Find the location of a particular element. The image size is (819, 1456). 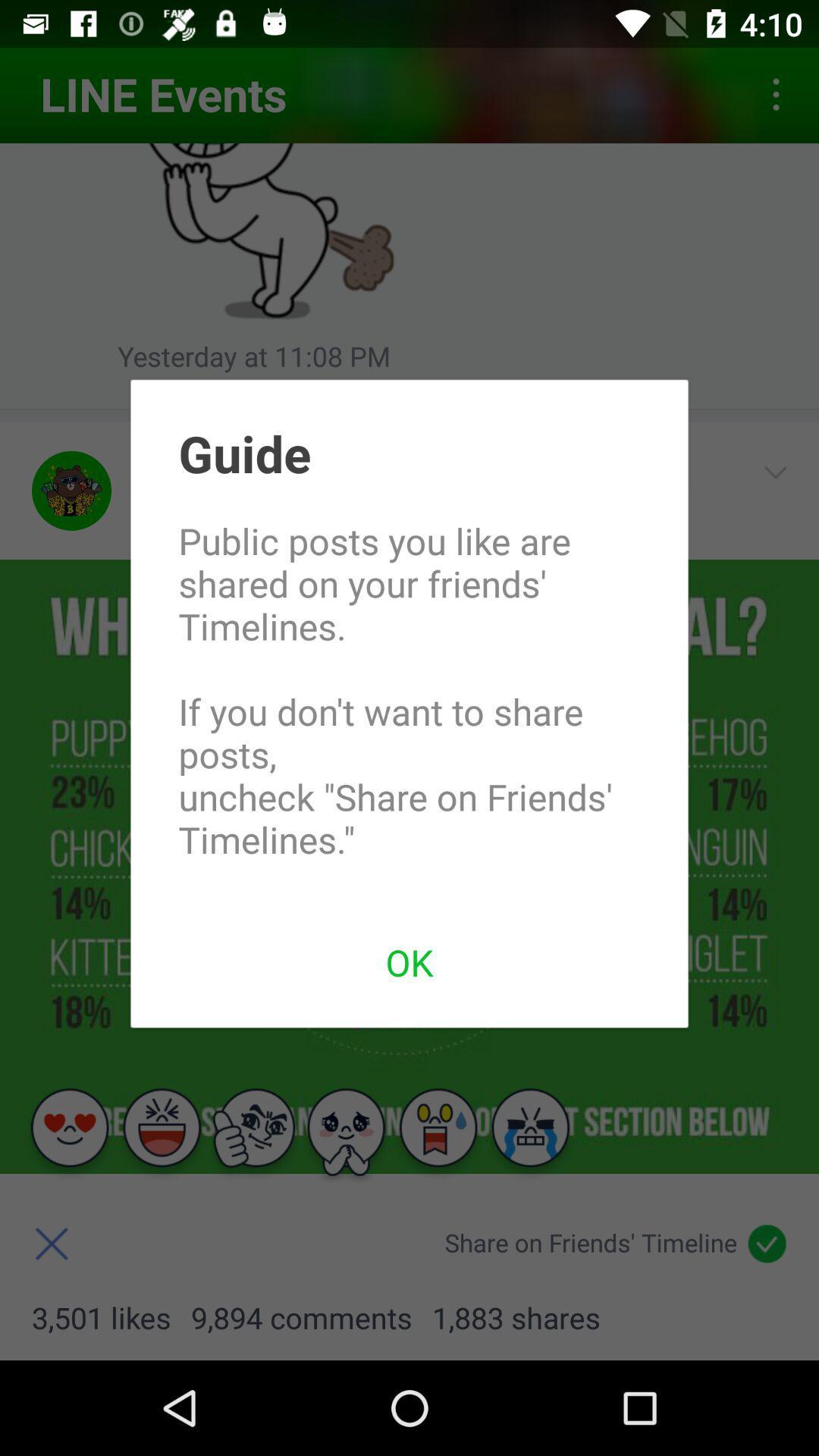

the app below the public posts you icon is located at coordinates (409, 961).